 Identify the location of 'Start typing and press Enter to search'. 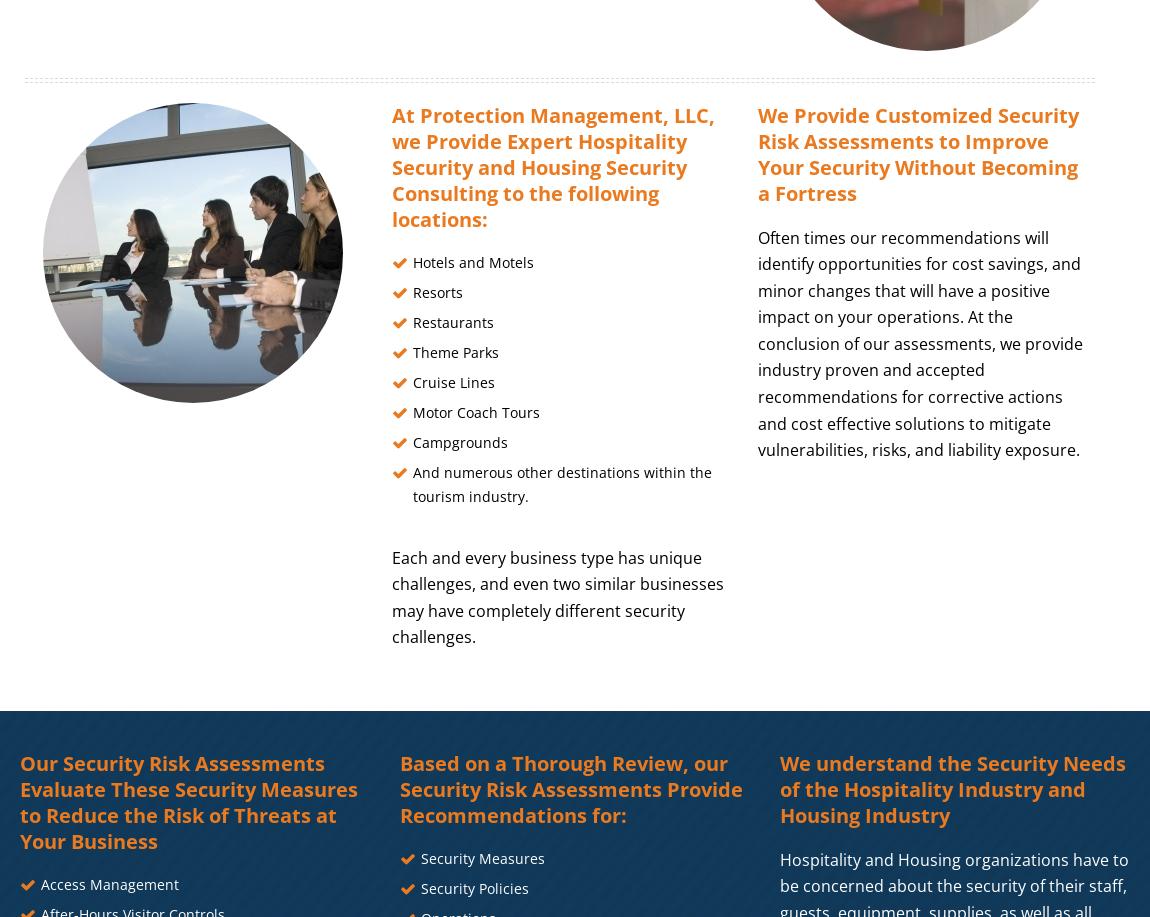
(405, 23).